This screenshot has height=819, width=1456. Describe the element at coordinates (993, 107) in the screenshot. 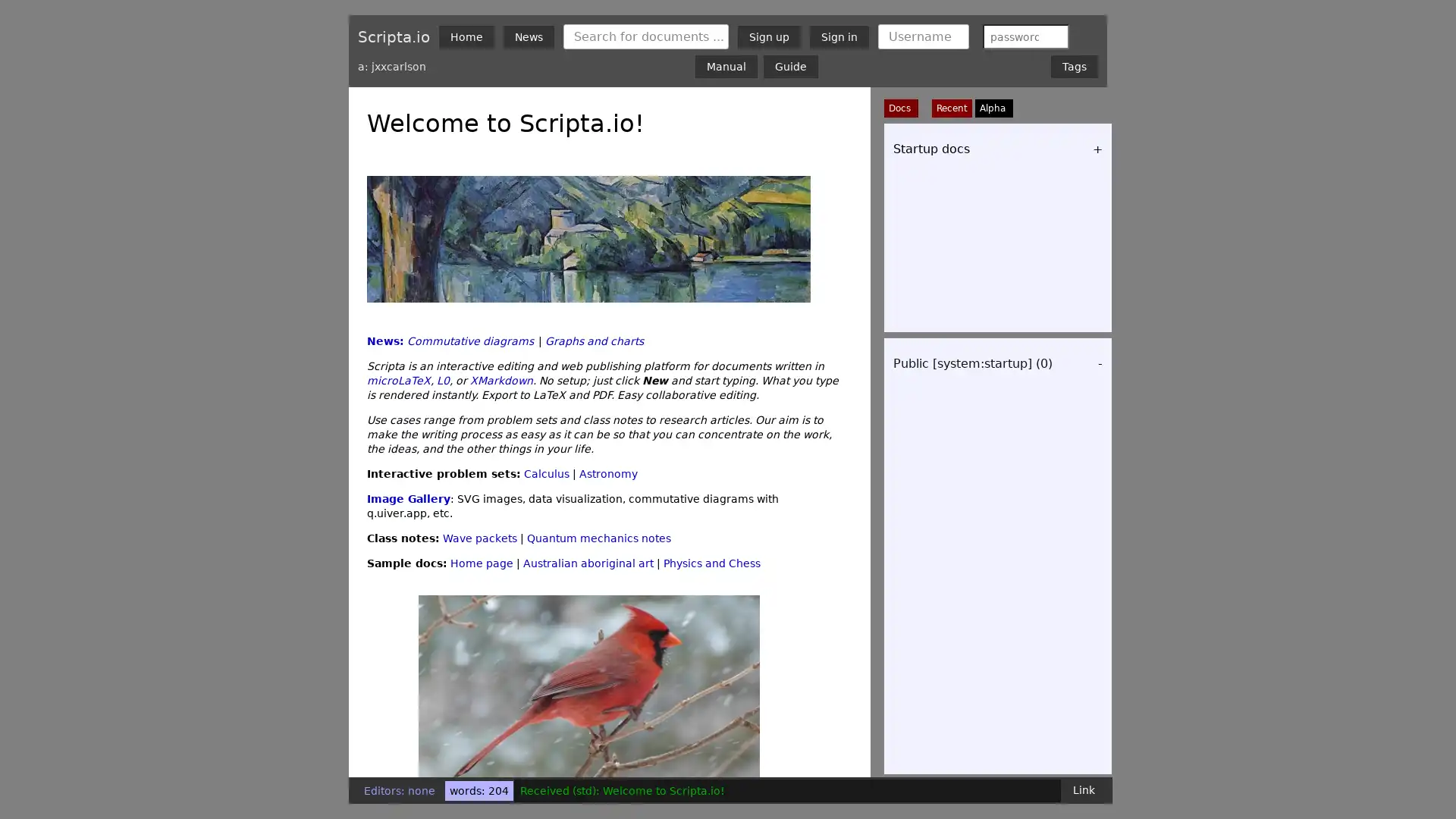

I see `Alpha` at that location.